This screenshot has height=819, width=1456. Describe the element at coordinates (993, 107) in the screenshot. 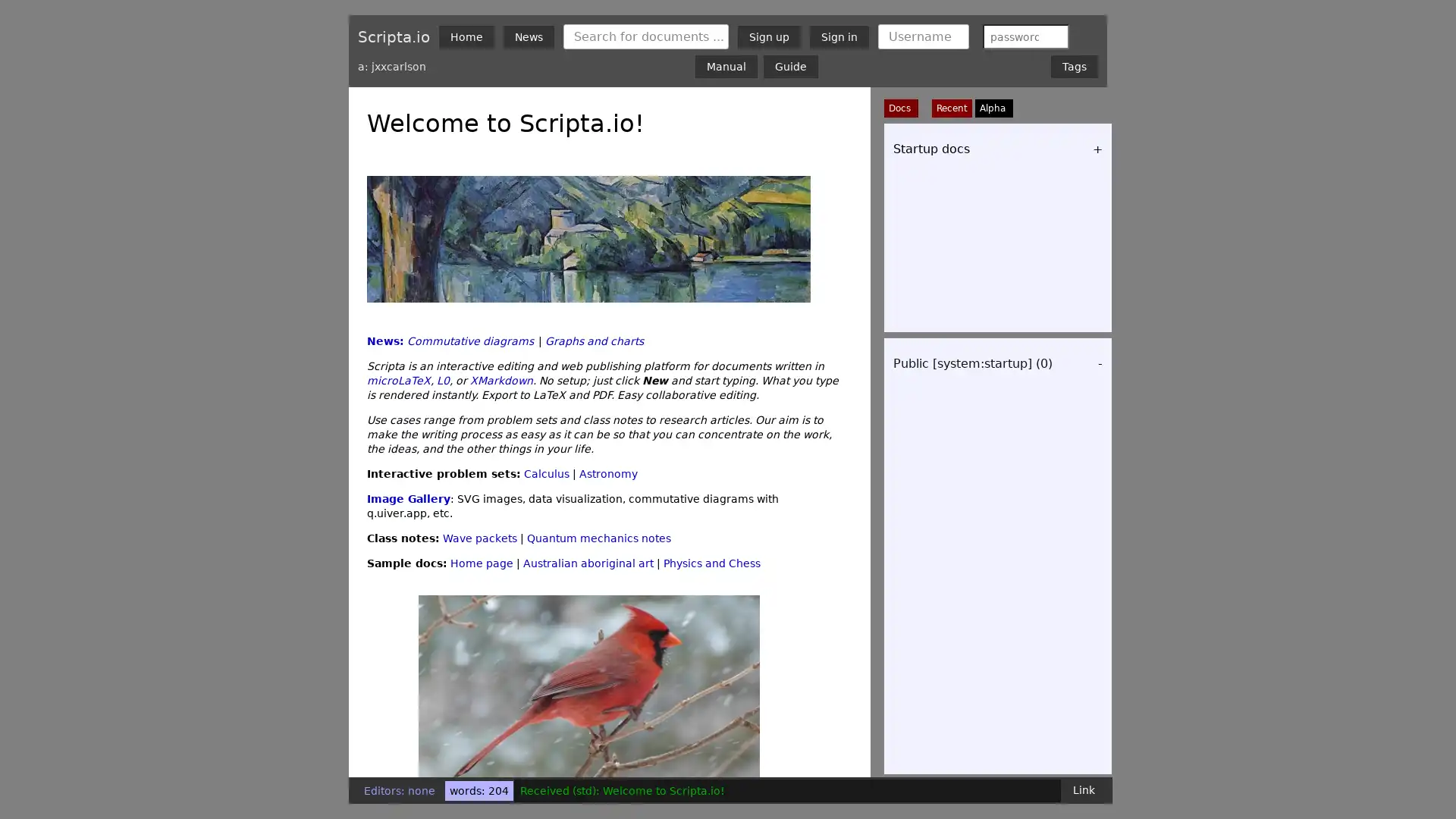

I see `Alpha` at that location.